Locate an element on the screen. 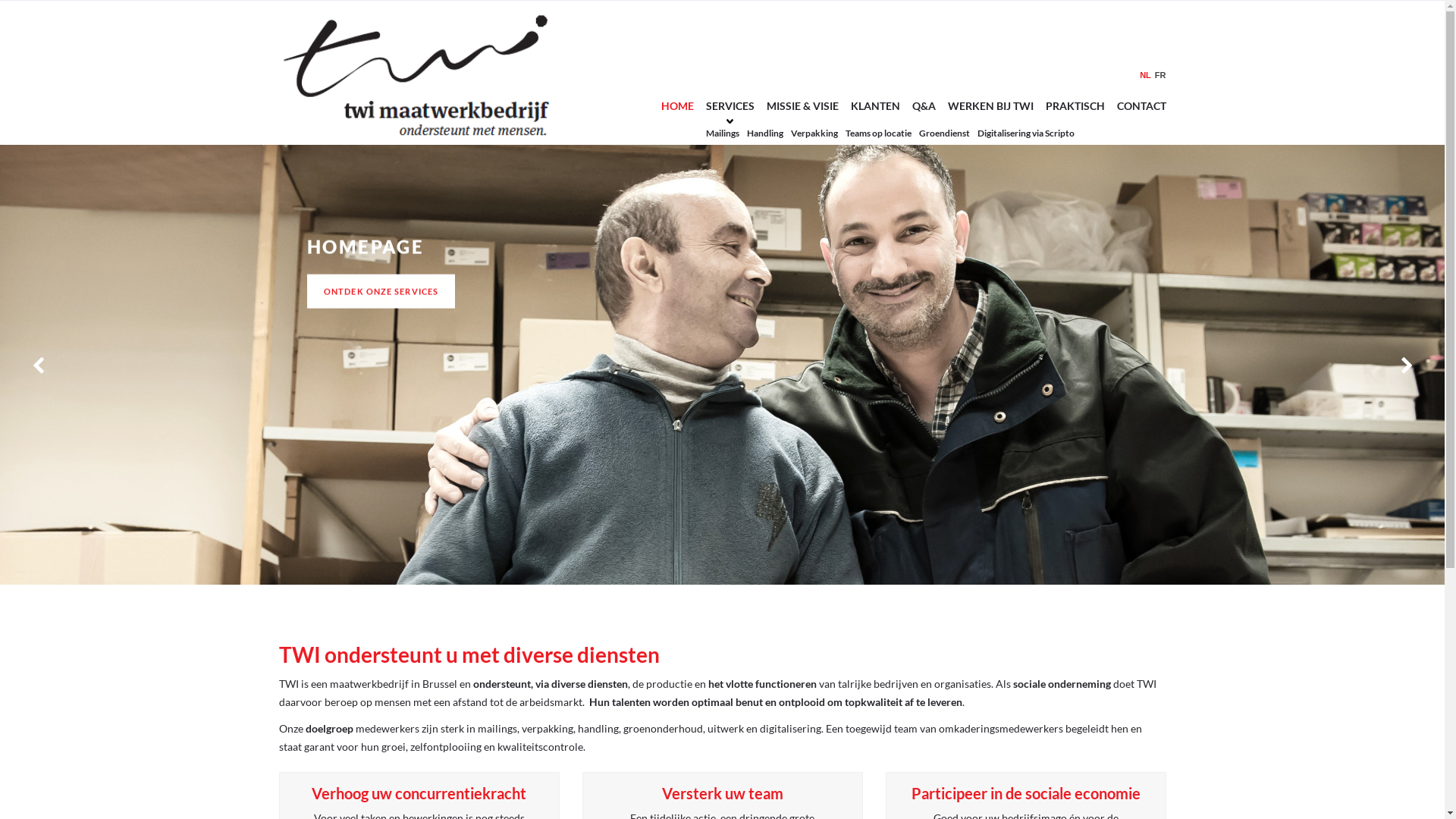  'FR' is located at coordinates (1157, 75).